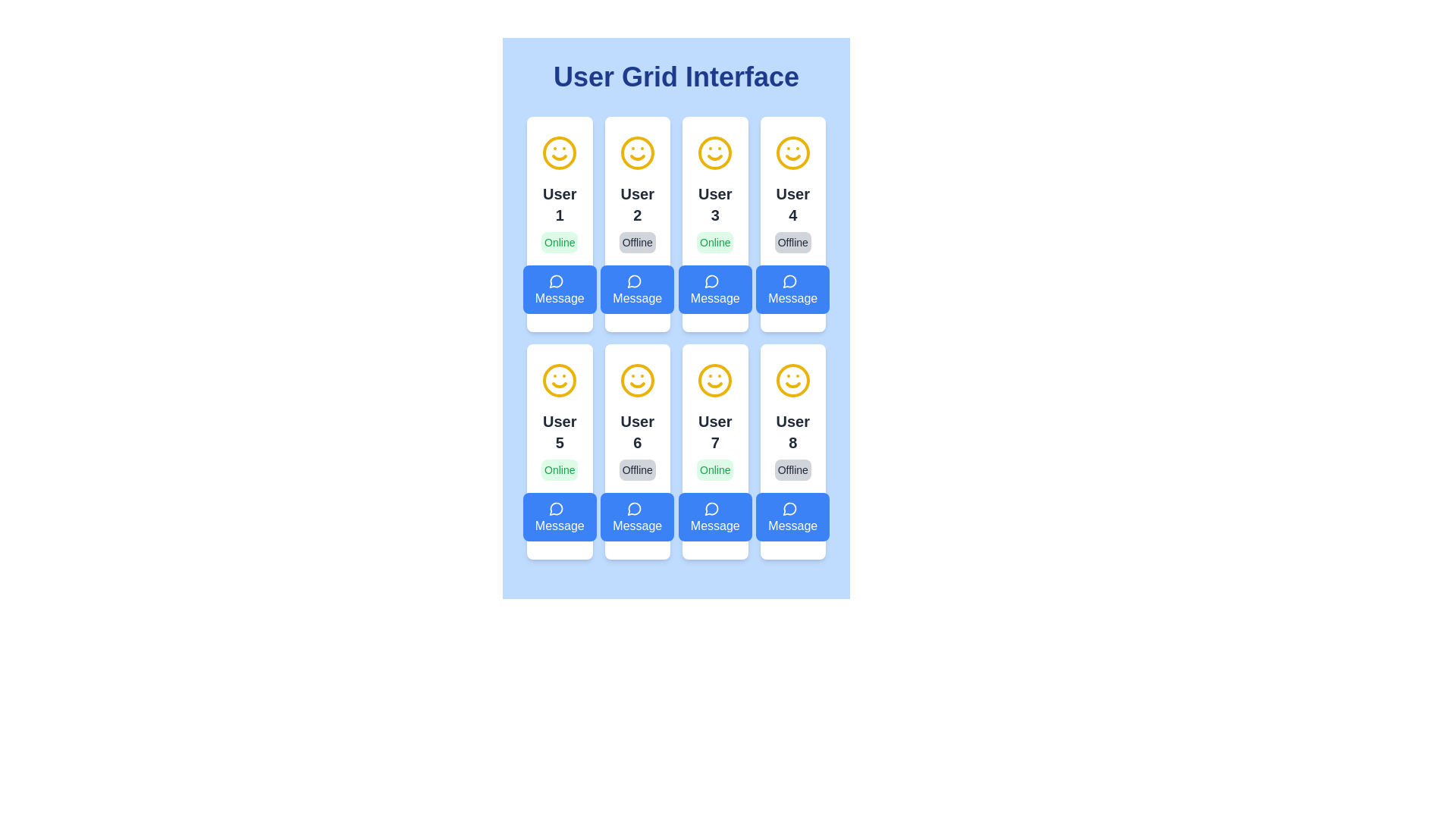 The height and width of the screenshot is (819, 1456). Describe the element at coordinates (711, 281) in the screenshot. I see `the messaging feature icon located in the third column of the first row in a 4x2 grid layout` at that location.